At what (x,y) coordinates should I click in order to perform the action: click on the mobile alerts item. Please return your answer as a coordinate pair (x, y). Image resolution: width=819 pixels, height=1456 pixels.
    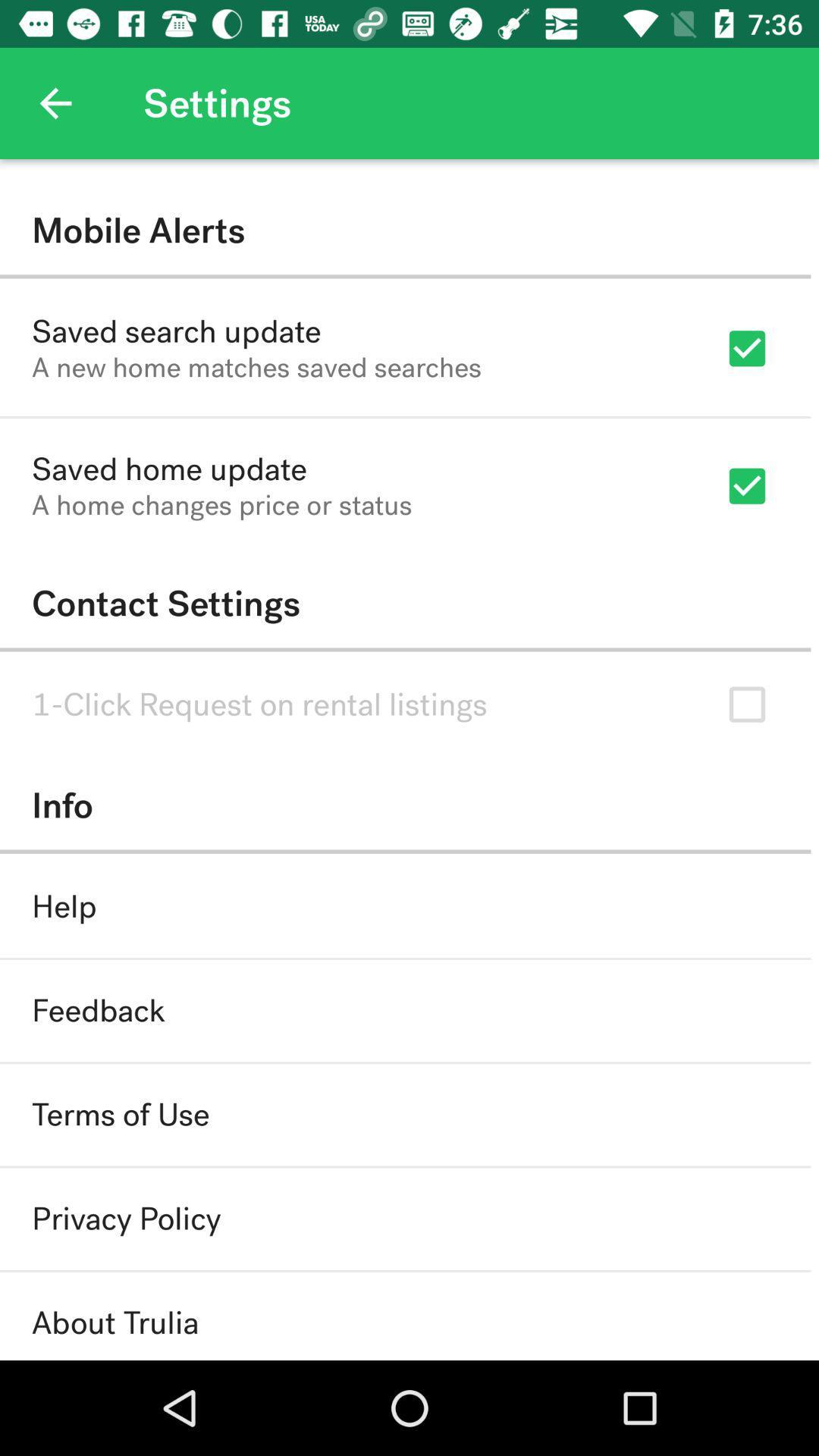
    Looking at the image, I should click on (404, 230).